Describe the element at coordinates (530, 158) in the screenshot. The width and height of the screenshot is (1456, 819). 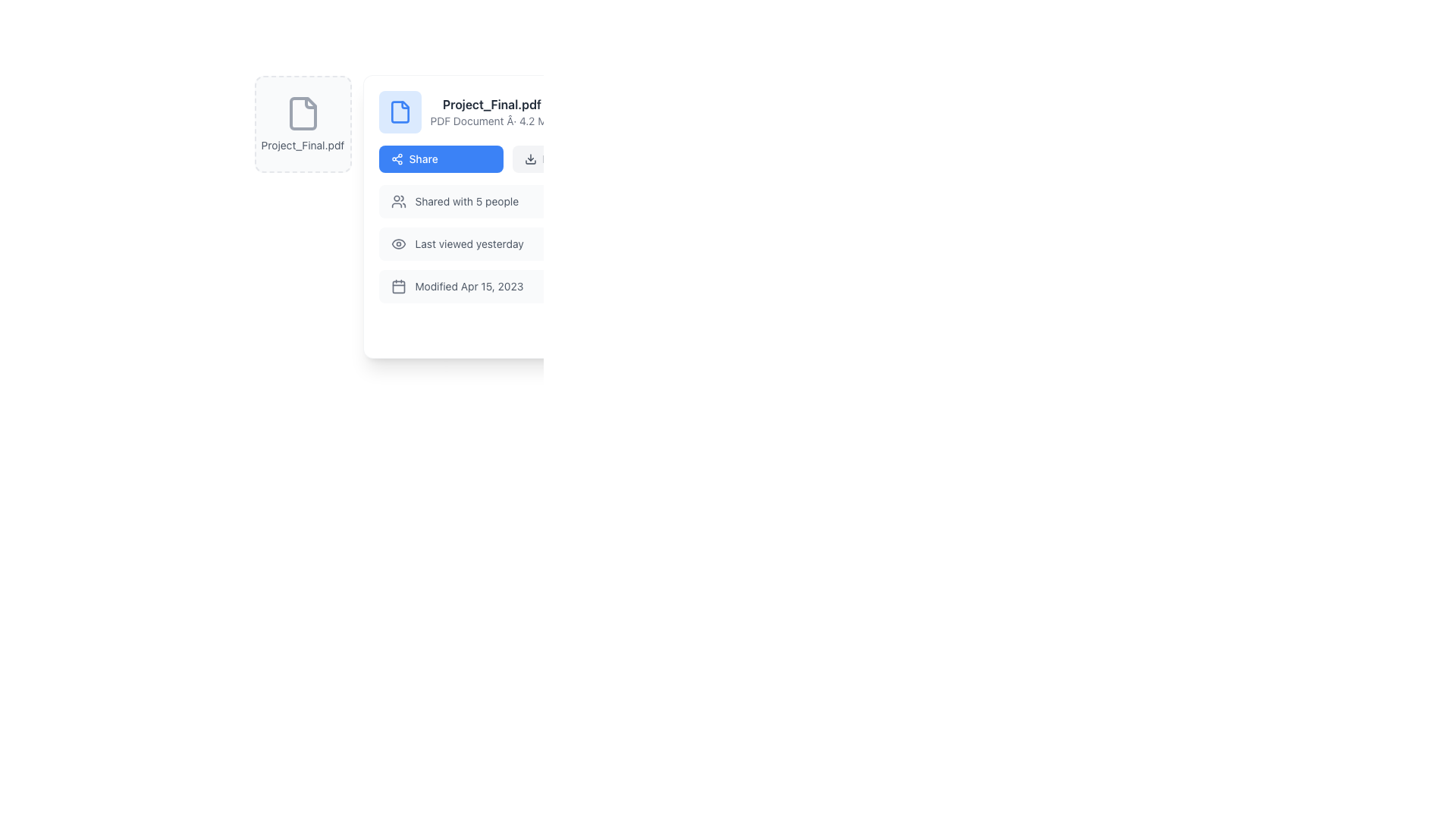
I see `the download icon located within the 'Download' button, which has a light gray background and is positioned below the blue 'Share' button` at that location.